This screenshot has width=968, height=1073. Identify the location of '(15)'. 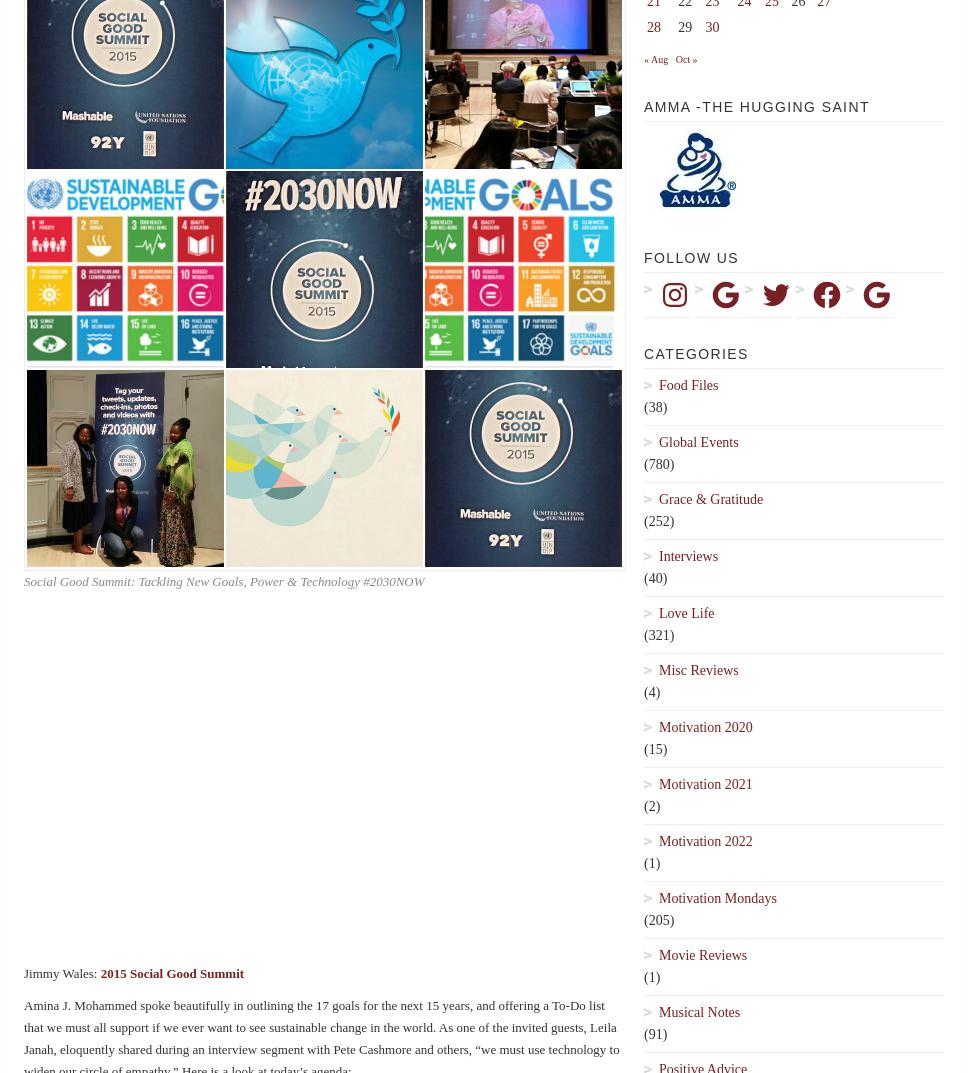
(655, 748).